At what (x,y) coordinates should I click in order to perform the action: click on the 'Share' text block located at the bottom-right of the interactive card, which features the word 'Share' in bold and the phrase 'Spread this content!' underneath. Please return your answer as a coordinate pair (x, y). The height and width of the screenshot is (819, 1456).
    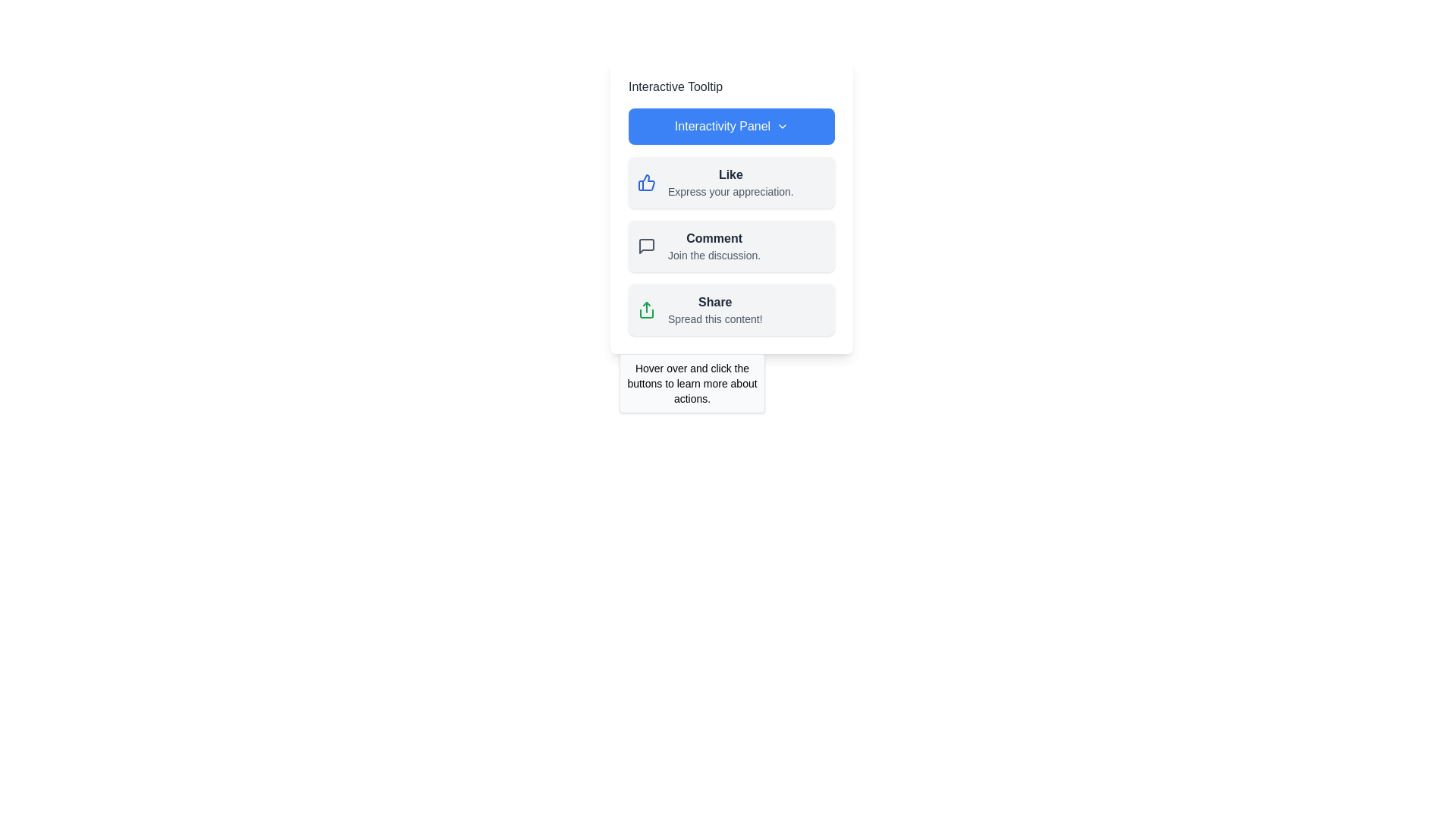
    Looking at the image, I should click on (714, 309).